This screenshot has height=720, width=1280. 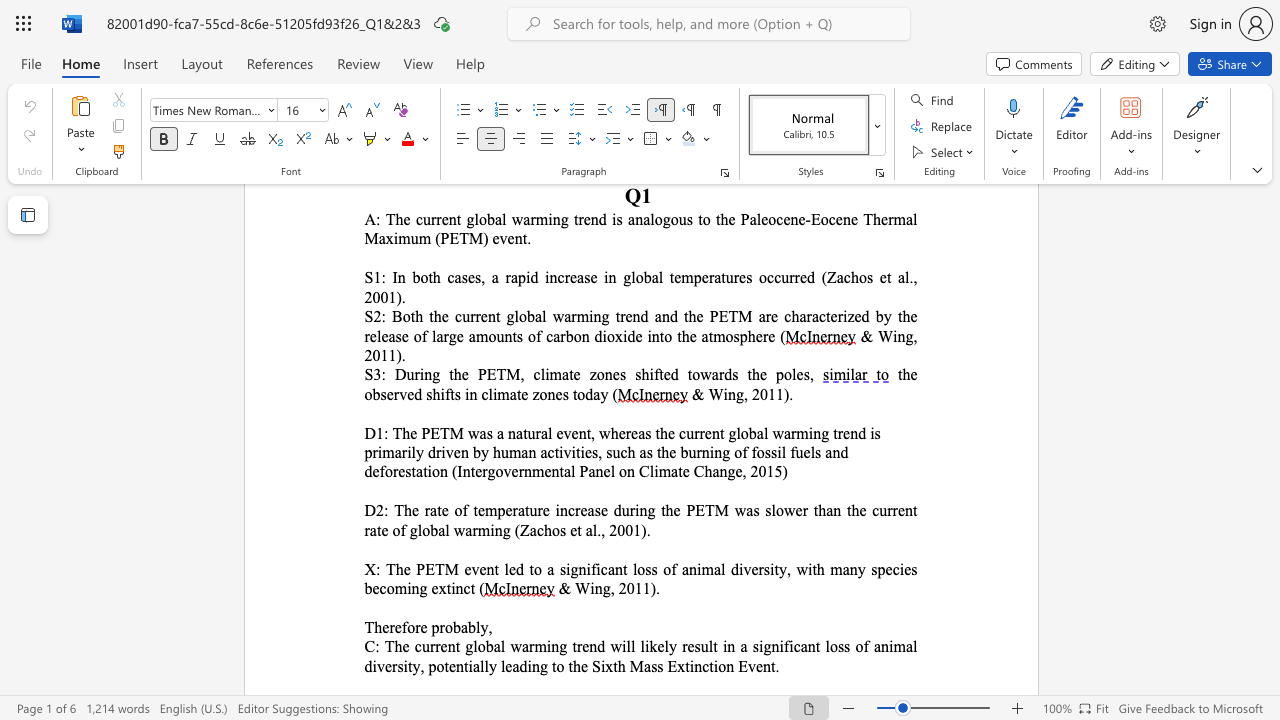 What do you see at coordinates (619, 315) in the screenshot?
I see `the subset text "rend and" within the text "S2: Both the current global warming trend and the"` at bounding box center [619, 315].